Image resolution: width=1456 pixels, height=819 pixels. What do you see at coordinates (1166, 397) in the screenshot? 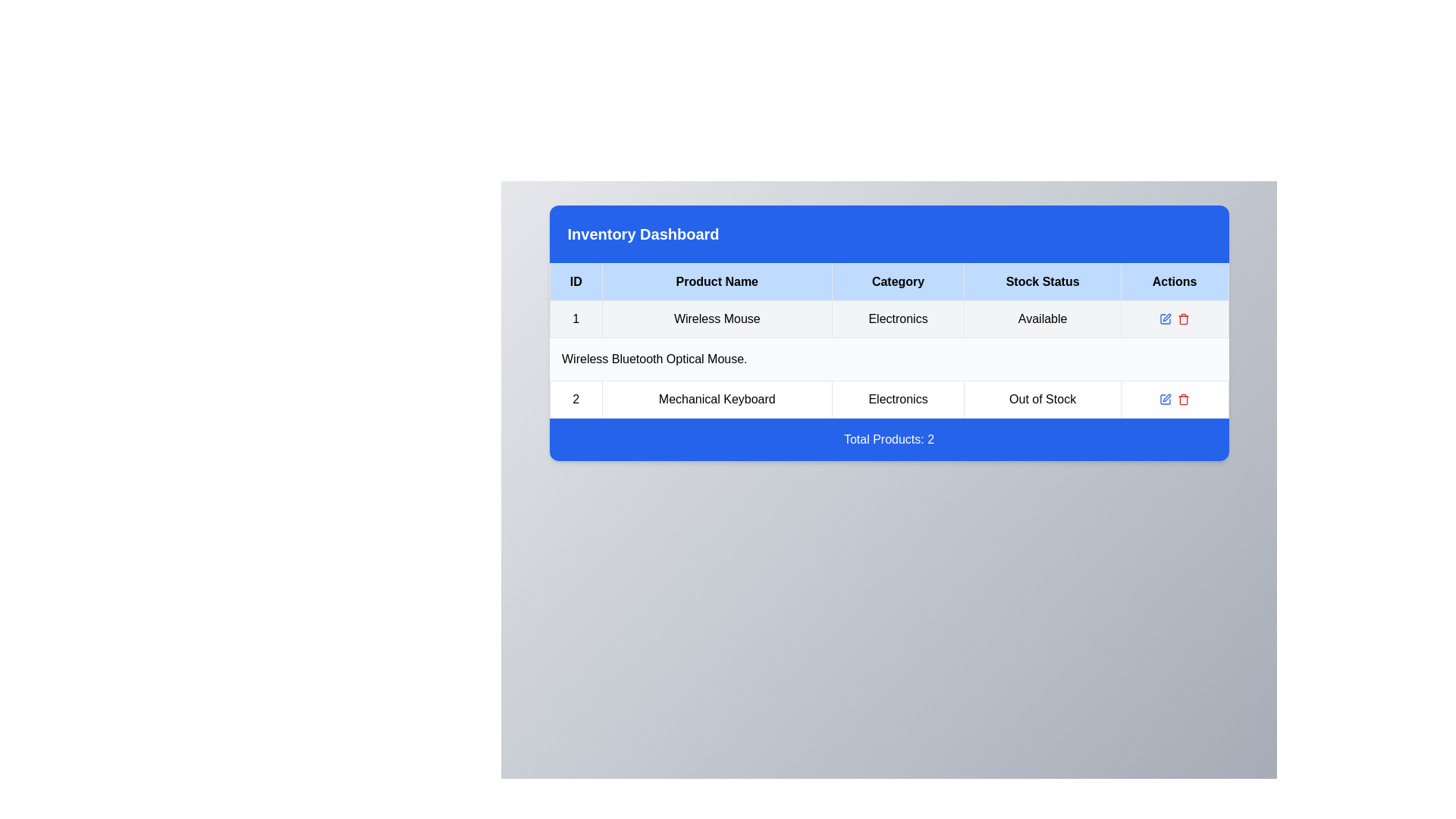
I see `the edit icon button, which is a pen-shaped graphical icon within the 'Actions' column of the second row` at bounding box center [1166, 397].